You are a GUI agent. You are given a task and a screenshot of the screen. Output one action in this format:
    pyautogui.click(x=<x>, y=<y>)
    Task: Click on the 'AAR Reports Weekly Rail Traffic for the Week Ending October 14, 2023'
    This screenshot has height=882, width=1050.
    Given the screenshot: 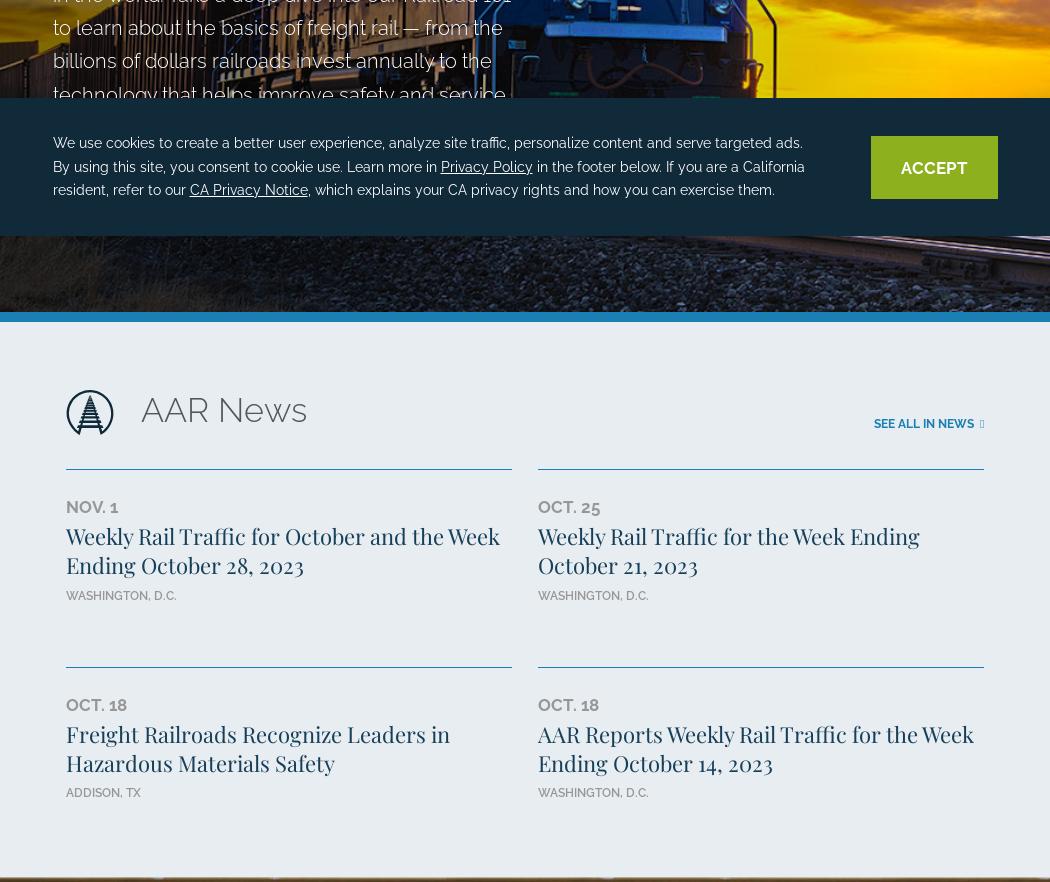 What is the action you would take?
    pyautogui.click(x=754, y=747)
    